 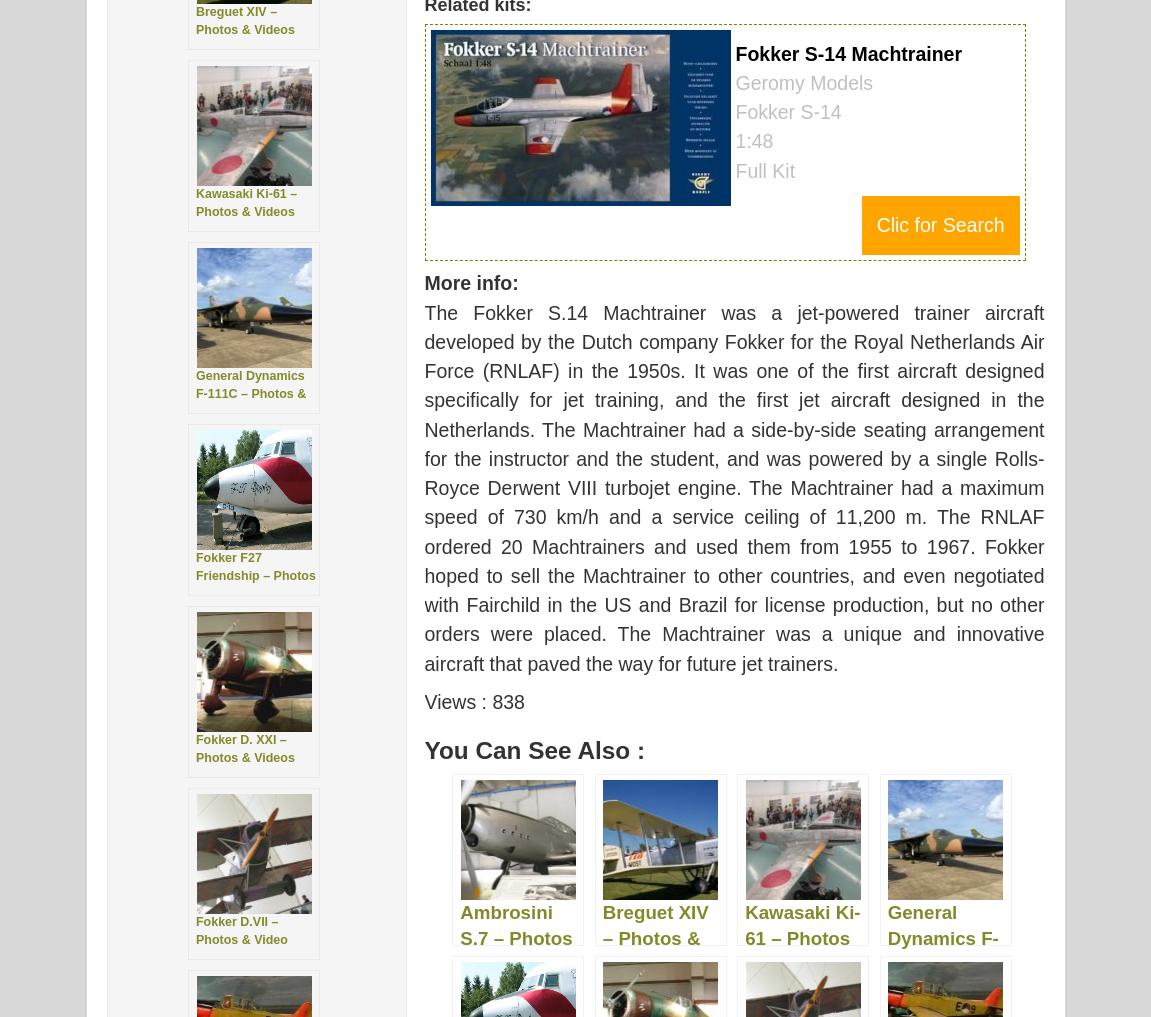 What do you see at coordinates (472, 700) in the screenshot?
I see `'Views : 838'` at bounding box center [472, 700].